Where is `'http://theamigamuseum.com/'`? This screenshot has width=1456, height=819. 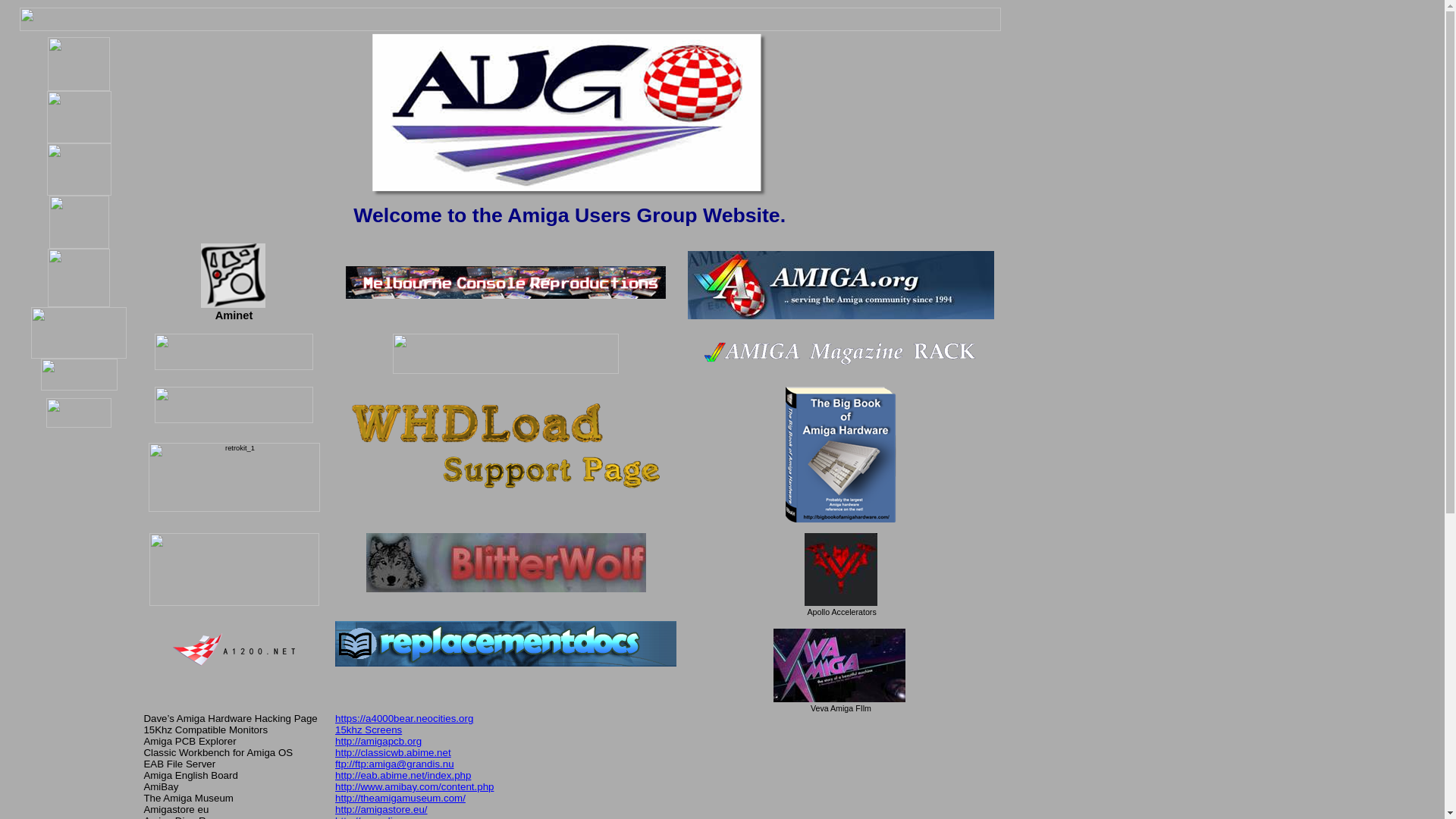 'http://theamigamuseum.com/' is located at coordinates (400, 797).